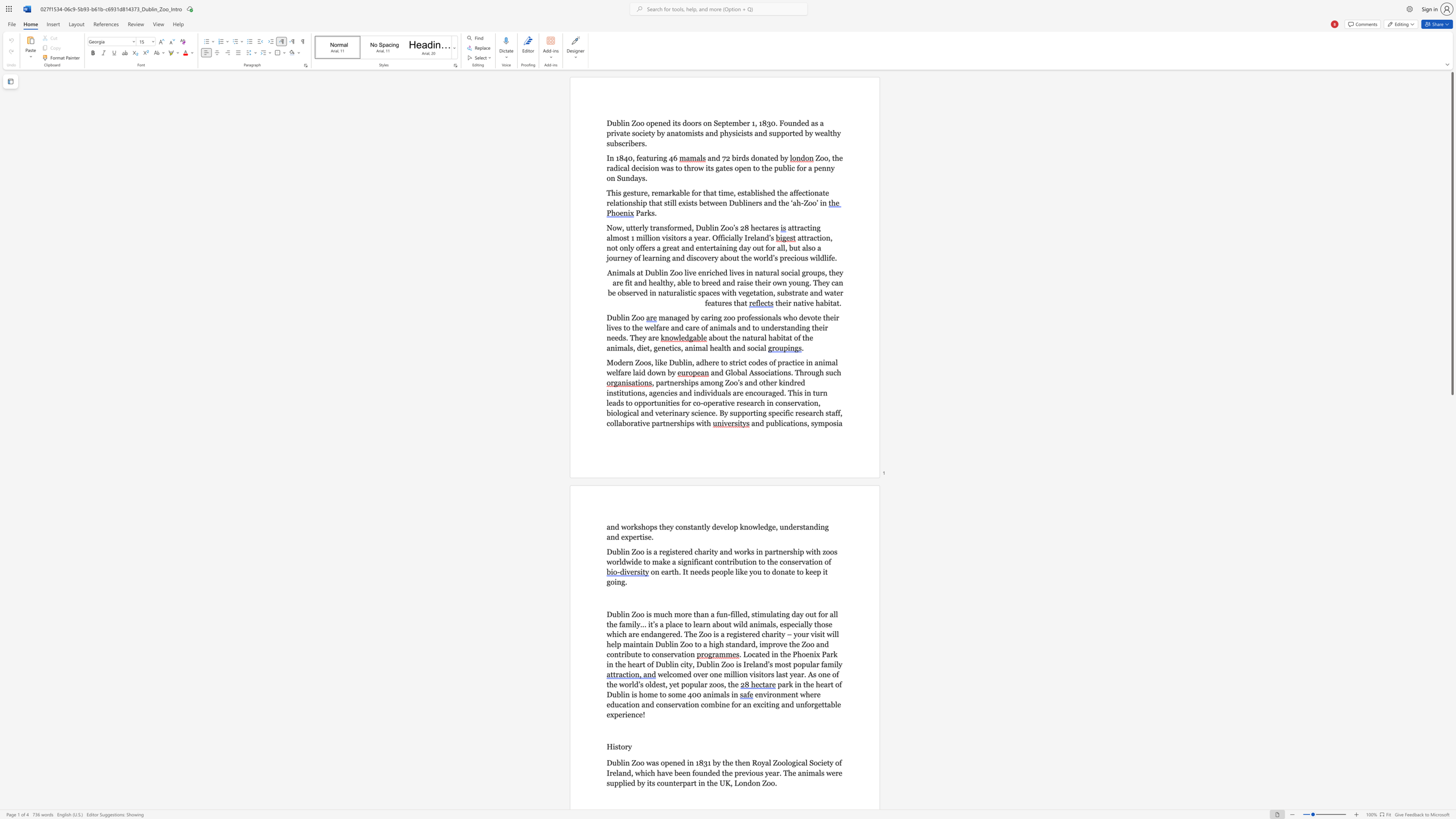 Image resolution: width=1456 pixels, height=819 pixels. I want to click on the 1th character "c" in the text, so click(785, 423).